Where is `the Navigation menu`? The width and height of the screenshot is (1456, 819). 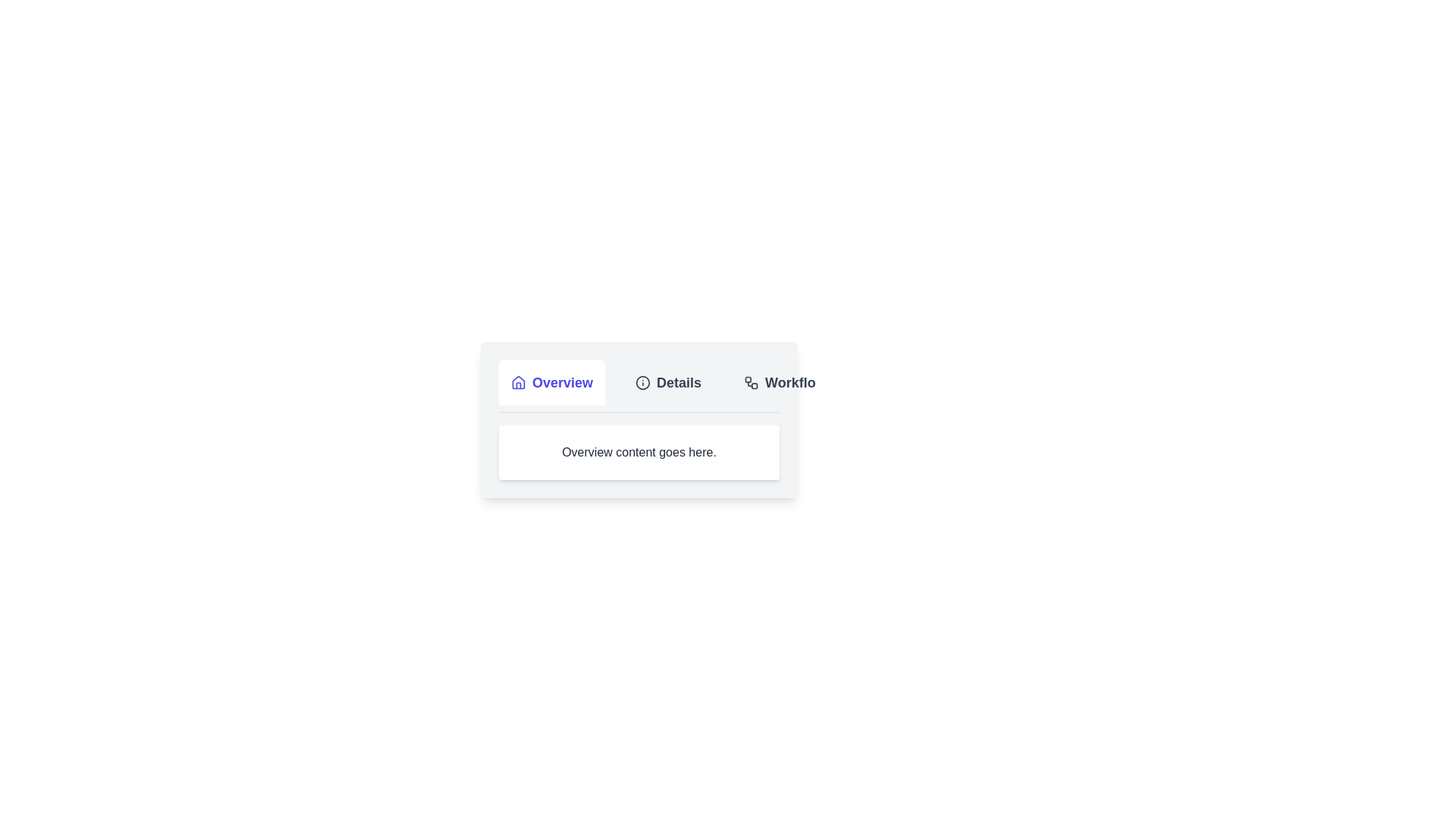 the Navigation menu is located at coordinates (639, 385).